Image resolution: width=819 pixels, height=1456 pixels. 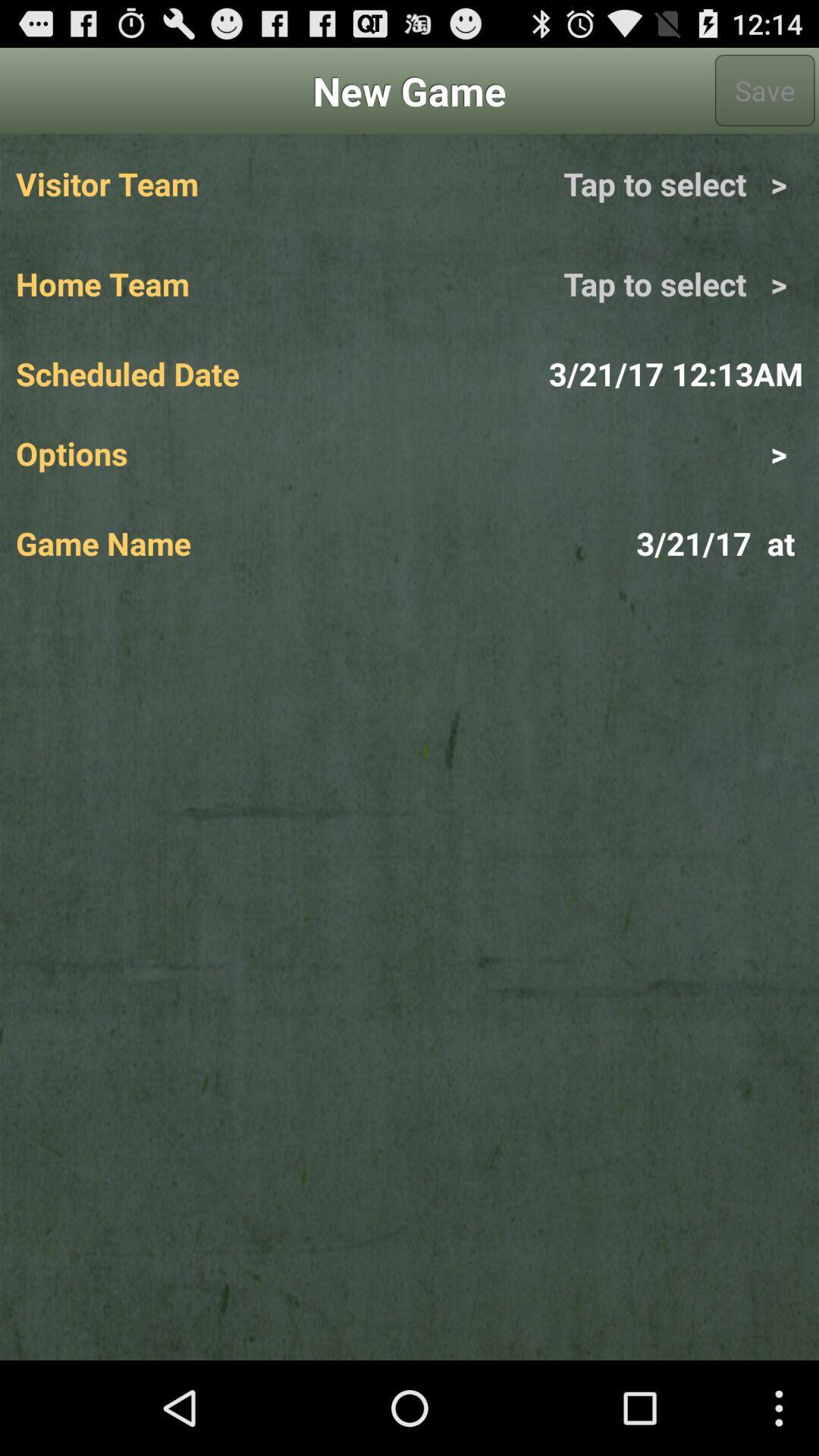 What do you see at coordinates (605, 452) in the screenshot?
I see `>   icon` at bounding box center [605, 452].